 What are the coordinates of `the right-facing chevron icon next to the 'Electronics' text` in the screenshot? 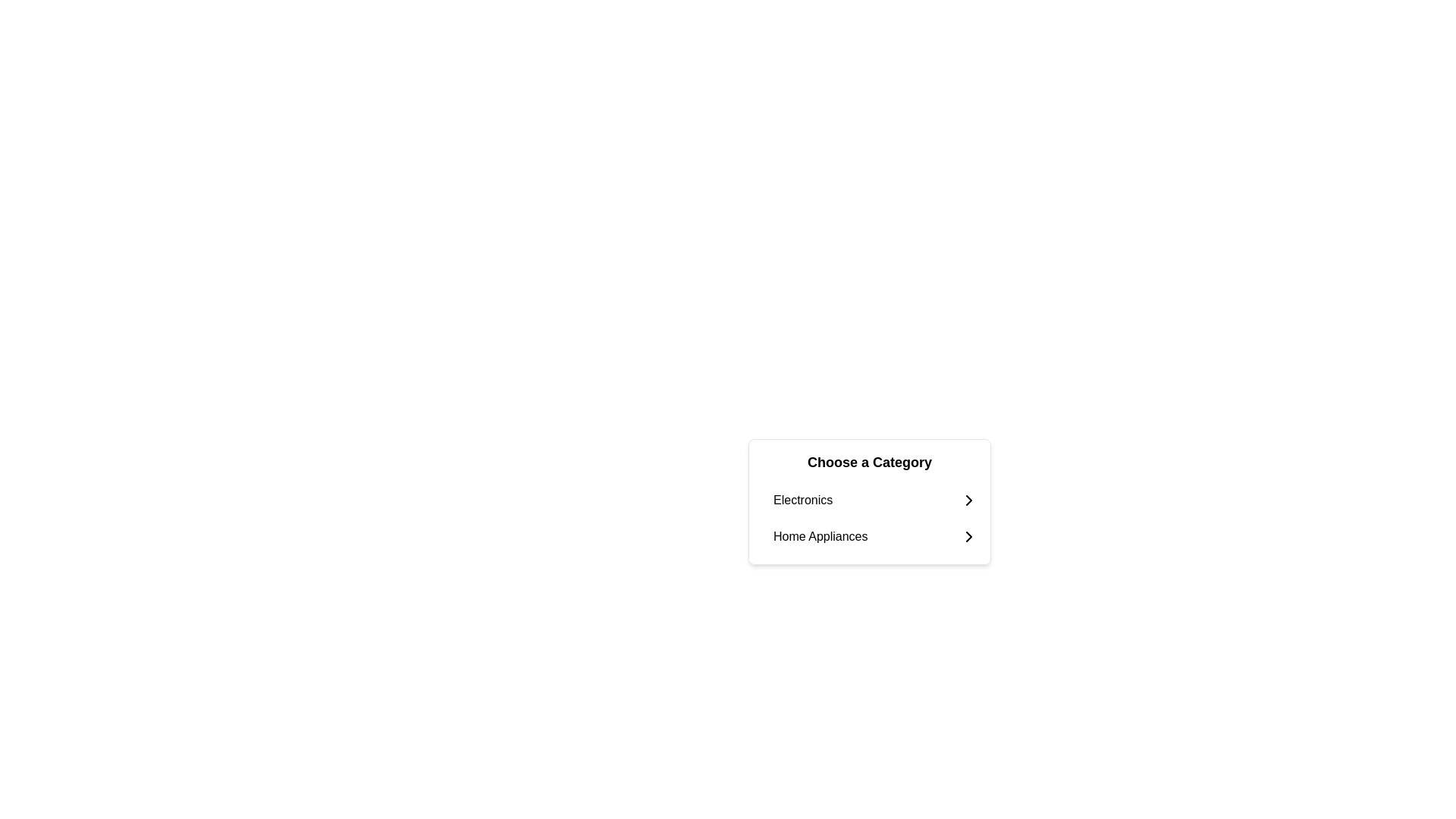 It's located at (968, 500).